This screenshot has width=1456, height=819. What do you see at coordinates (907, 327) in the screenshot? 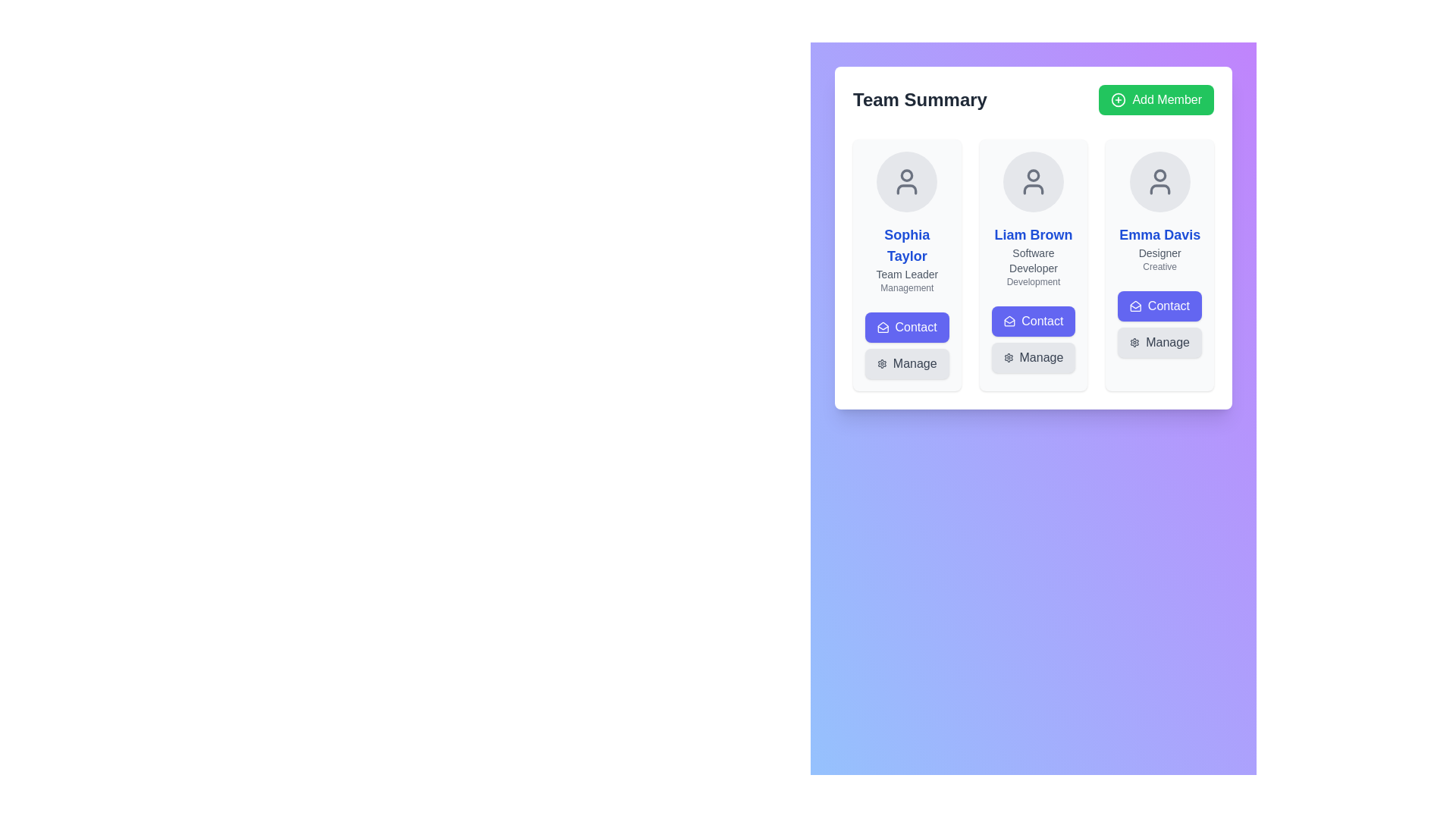
I see `the contact initiation button located in the first column of the card labeled 'Sophia Taylor', positioned above the 'Manage' button` at bounding box center [907, 327].